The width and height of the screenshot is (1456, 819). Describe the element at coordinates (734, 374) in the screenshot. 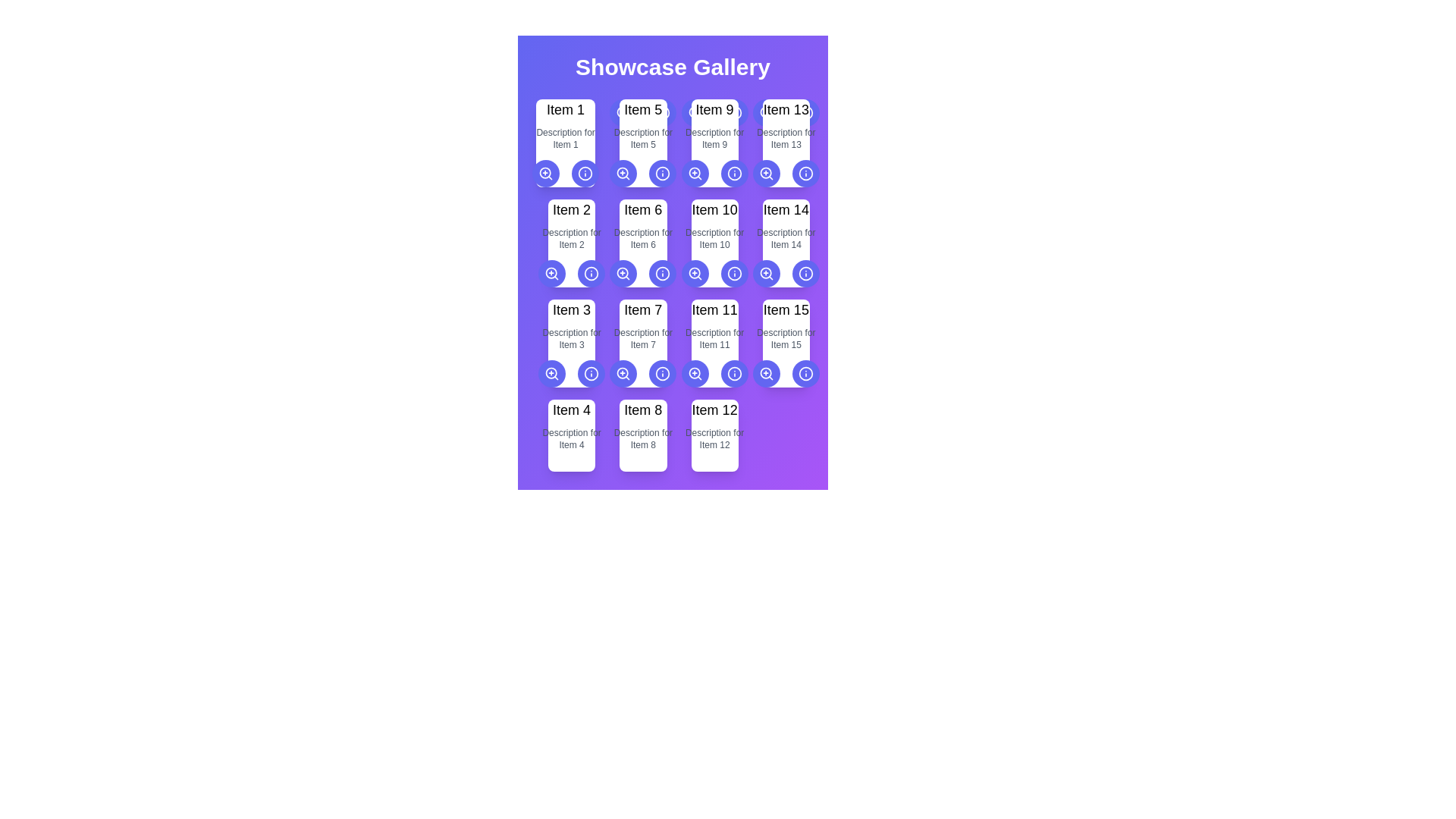

I see `the information icon button located in the bottom right corner of the 'Item 11' card in the 'Showcase Gallery', which is represented by a circular light indigo icon with a thin border and a smaller dot` at that location.